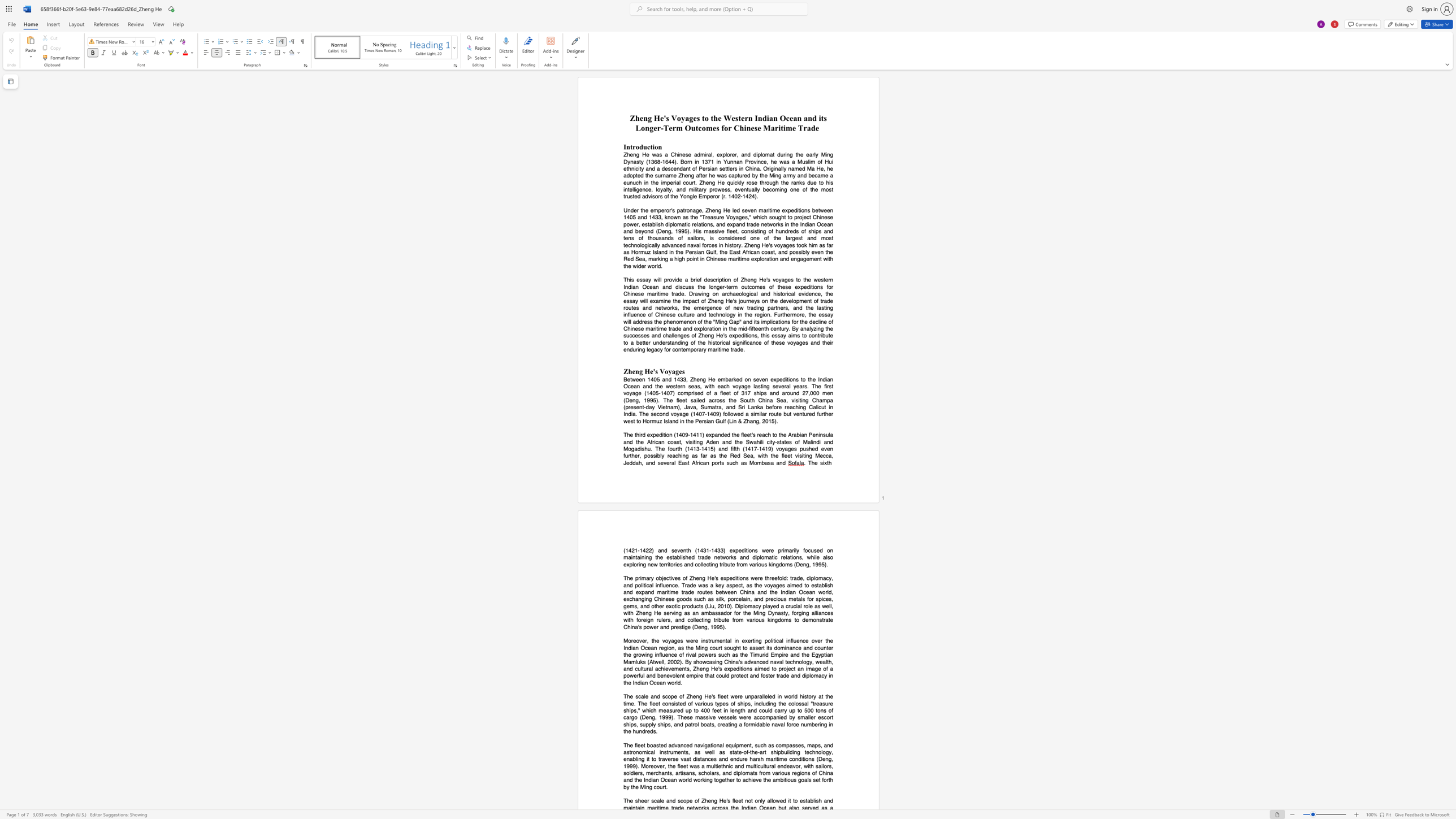  Describe the element at coordinates (701, 647) in the screenshot. I see `the subset text "ng court sought to assert its dominance and counter the growing influence of rival powers such as the Timurid Em" within the text "Moreover, the voyages were instrumental in exerting political influence over the Indian Ocean region, as the Ming court sought to assert its dominance and counter the growing influence of rival powers such as the Timurid Empire and the Egyptian Mamluks (Atwell, 2002). By"` at that location.